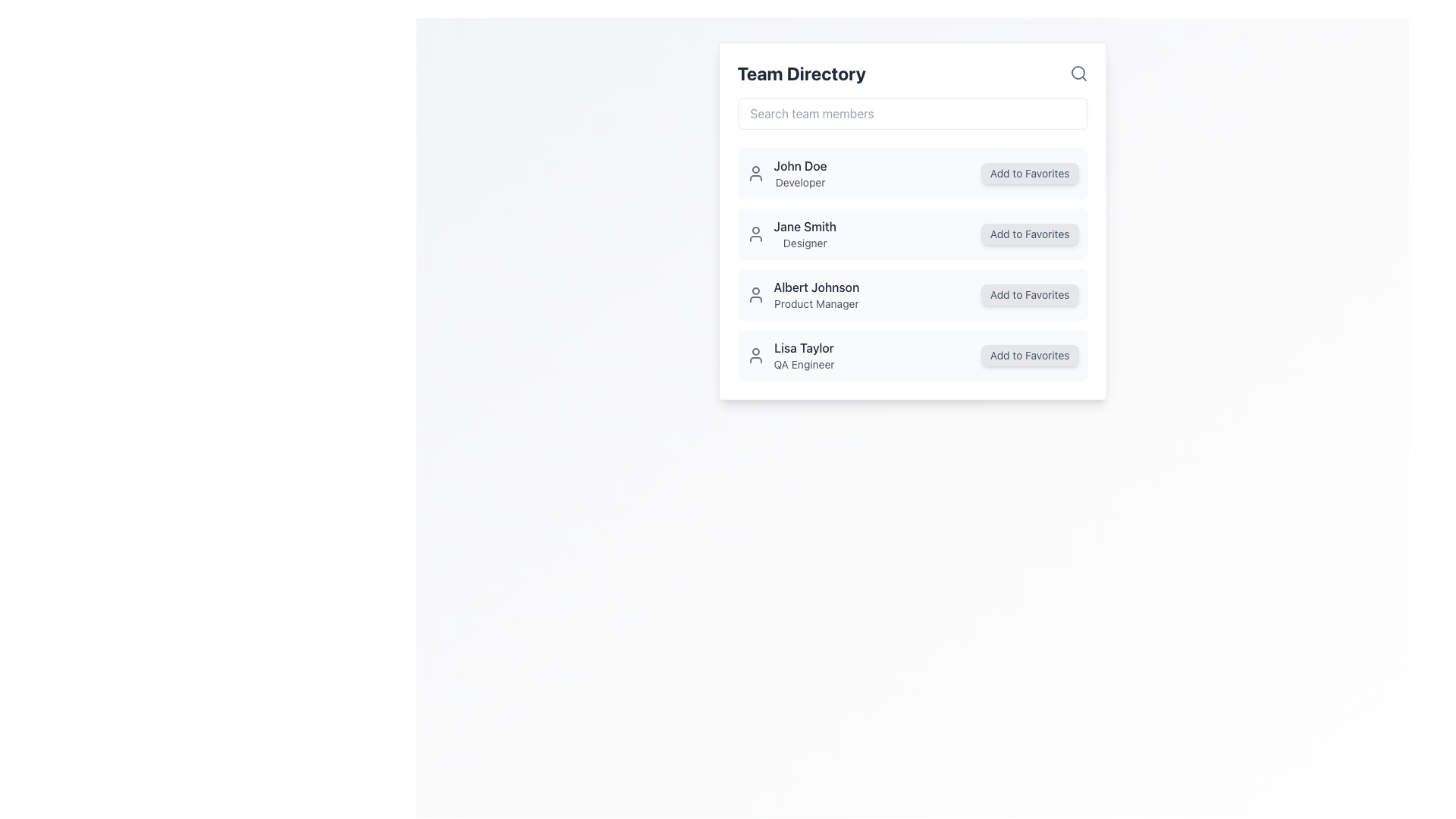 The image size is (1456, 819). Describe the element at coordinates (790, 234) in the screenshot. I see `the profile entry of 'Jane Smith', which includes her name in bold and the title 'Designer', located in the Team Directory list` at that location.